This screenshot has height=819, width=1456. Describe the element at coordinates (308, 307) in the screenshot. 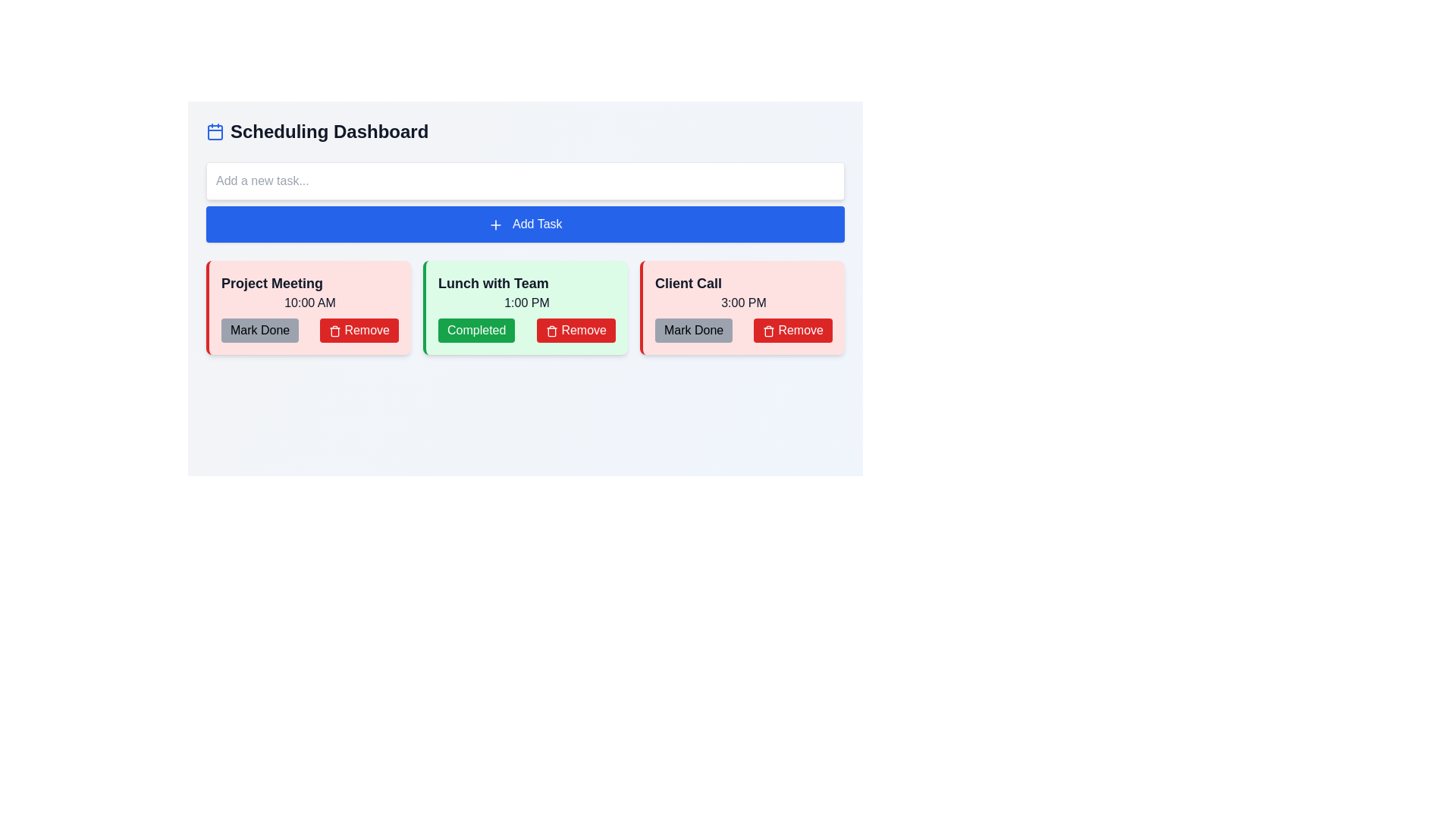

I see `the 'Mark Done' button on the first Task card in the grid layout to mark the task as completed` at that location.